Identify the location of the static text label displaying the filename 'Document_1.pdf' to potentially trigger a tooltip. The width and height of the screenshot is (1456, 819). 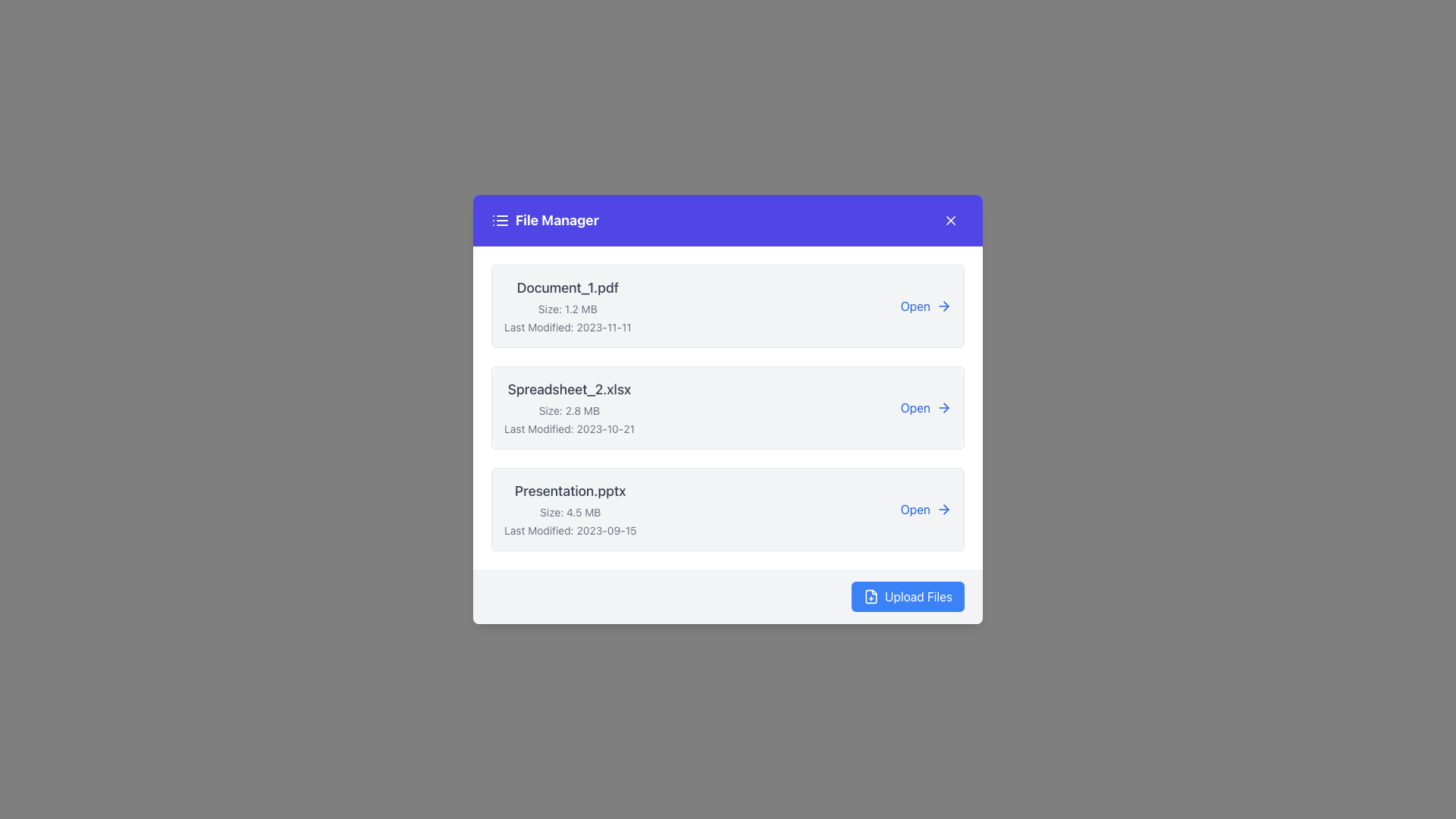
(566, 288).